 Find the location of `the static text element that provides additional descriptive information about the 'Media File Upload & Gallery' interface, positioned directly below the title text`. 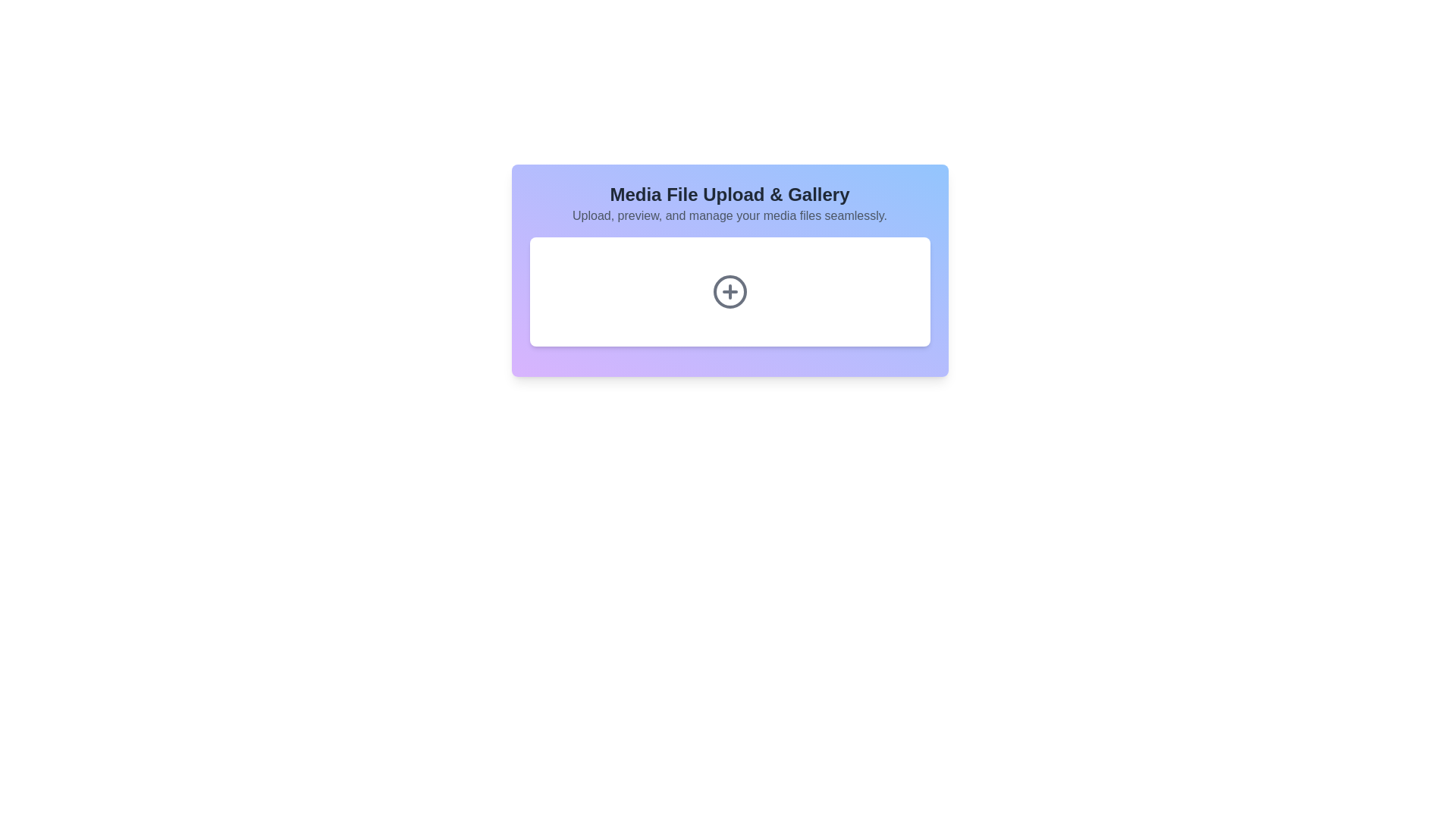

the static text element that provides additional descriptive information about the 'Media File Upload & Gallery' interface, positioned directly below the title text is located at coordinates (730, 216).